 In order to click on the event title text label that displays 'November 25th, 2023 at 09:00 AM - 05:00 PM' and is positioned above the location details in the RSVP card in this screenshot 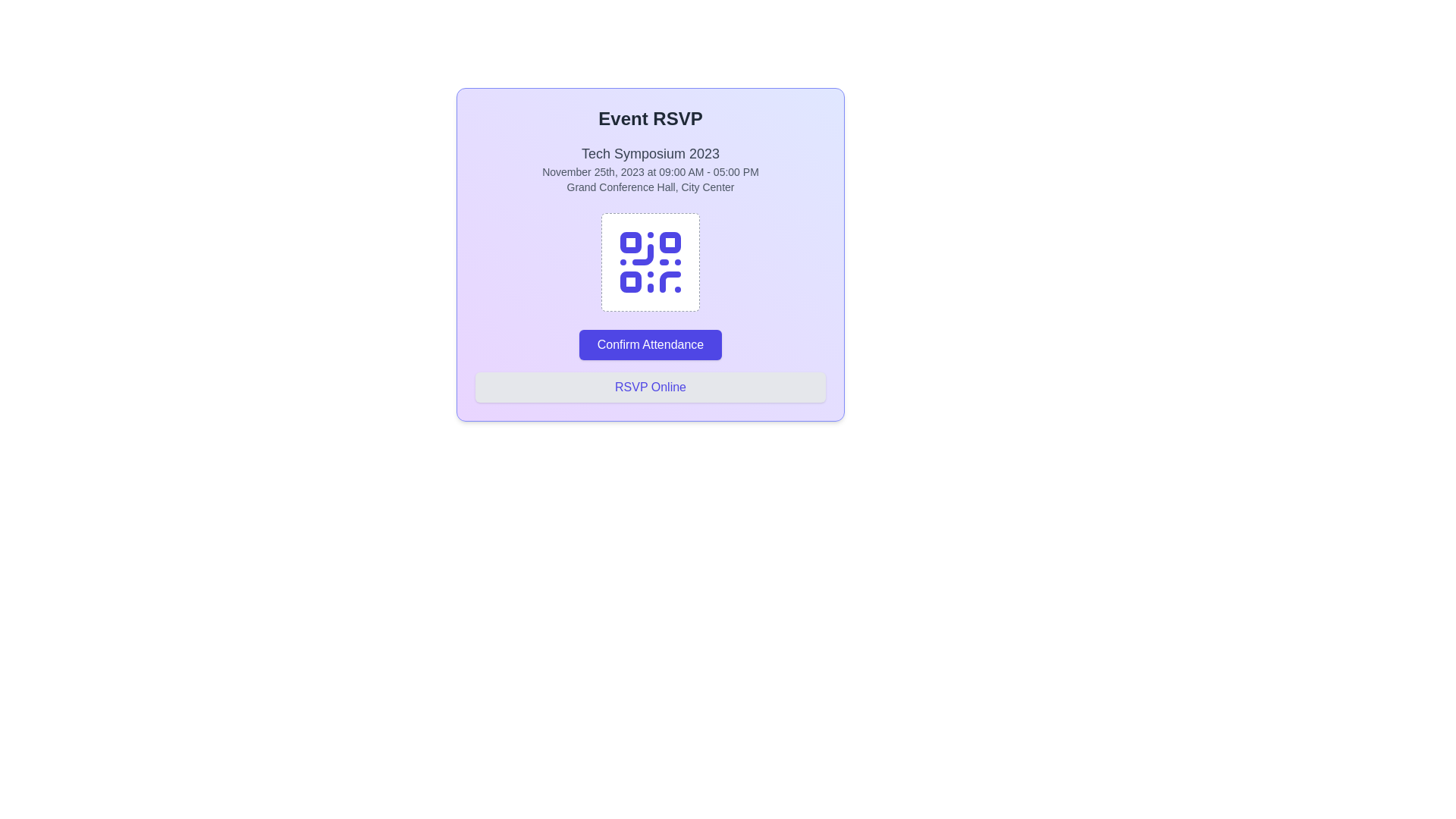, I will do `click(651, 154)`.